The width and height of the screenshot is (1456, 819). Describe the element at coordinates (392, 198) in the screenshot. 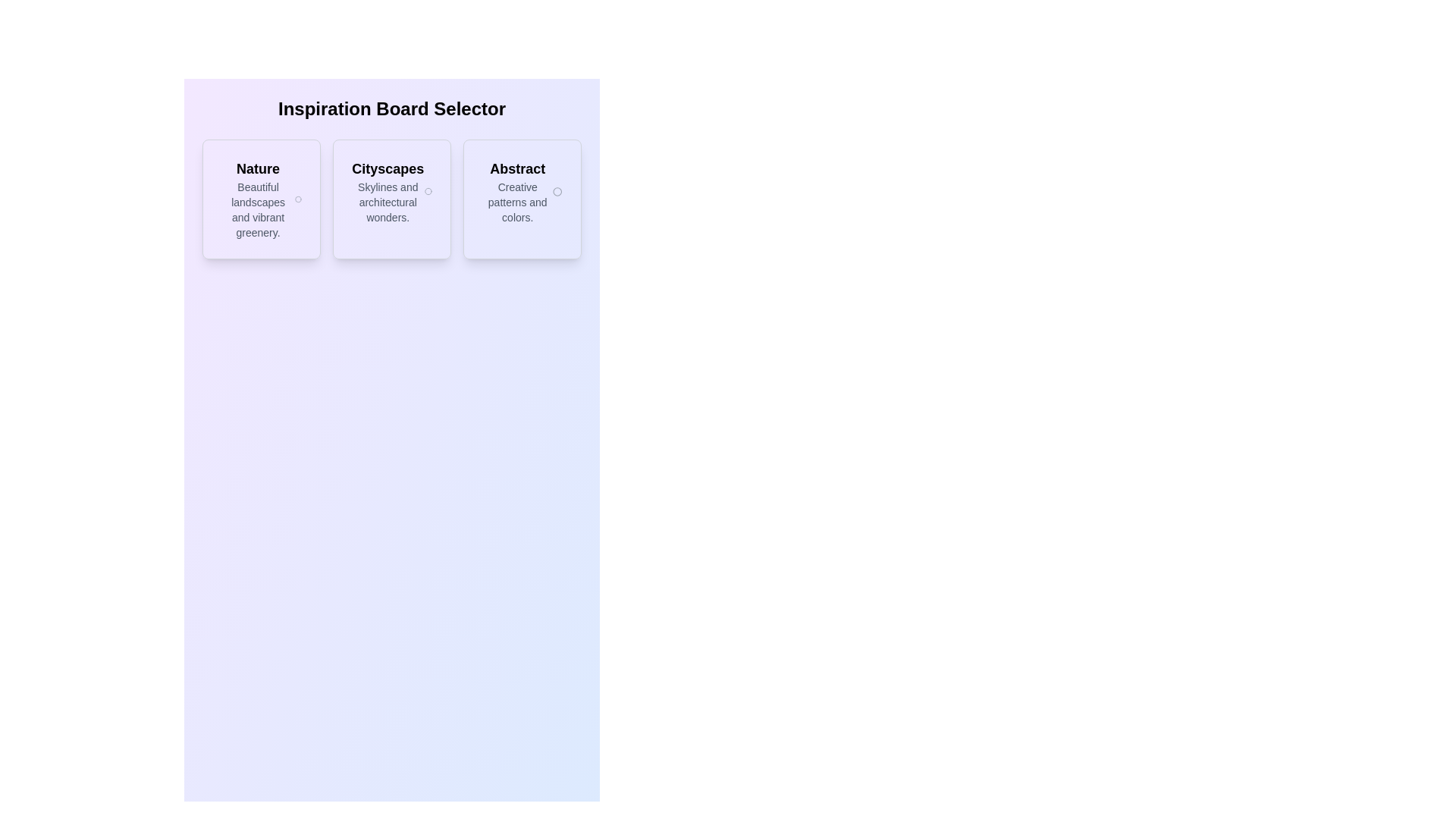

I see `the 'Cityscapes' selectable card, which is the second card in a horizontal list` at that location.